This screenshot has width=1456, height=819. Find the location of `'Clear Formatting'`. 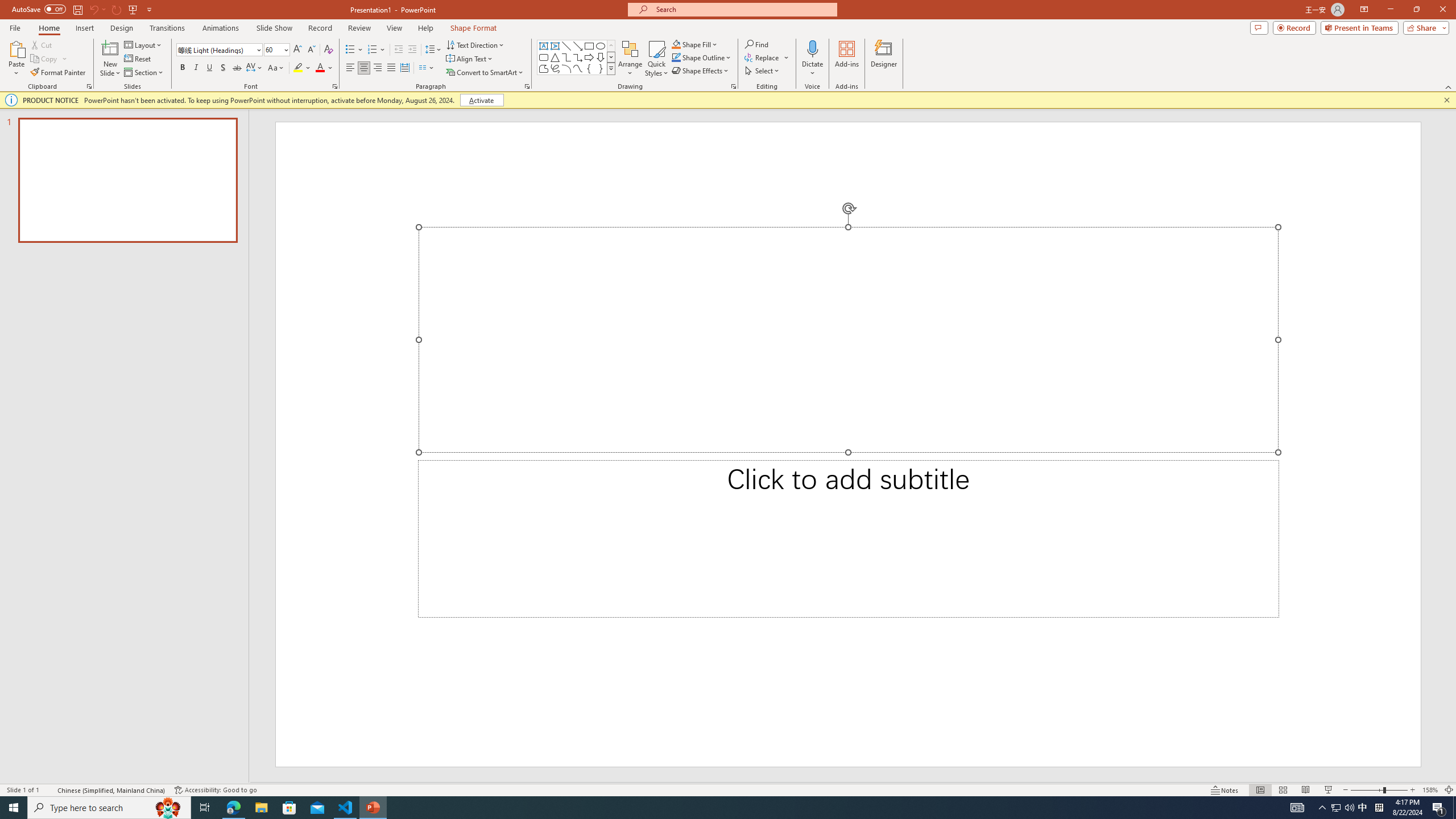

'Clear Formatting' is located at coordinates (328, 49).